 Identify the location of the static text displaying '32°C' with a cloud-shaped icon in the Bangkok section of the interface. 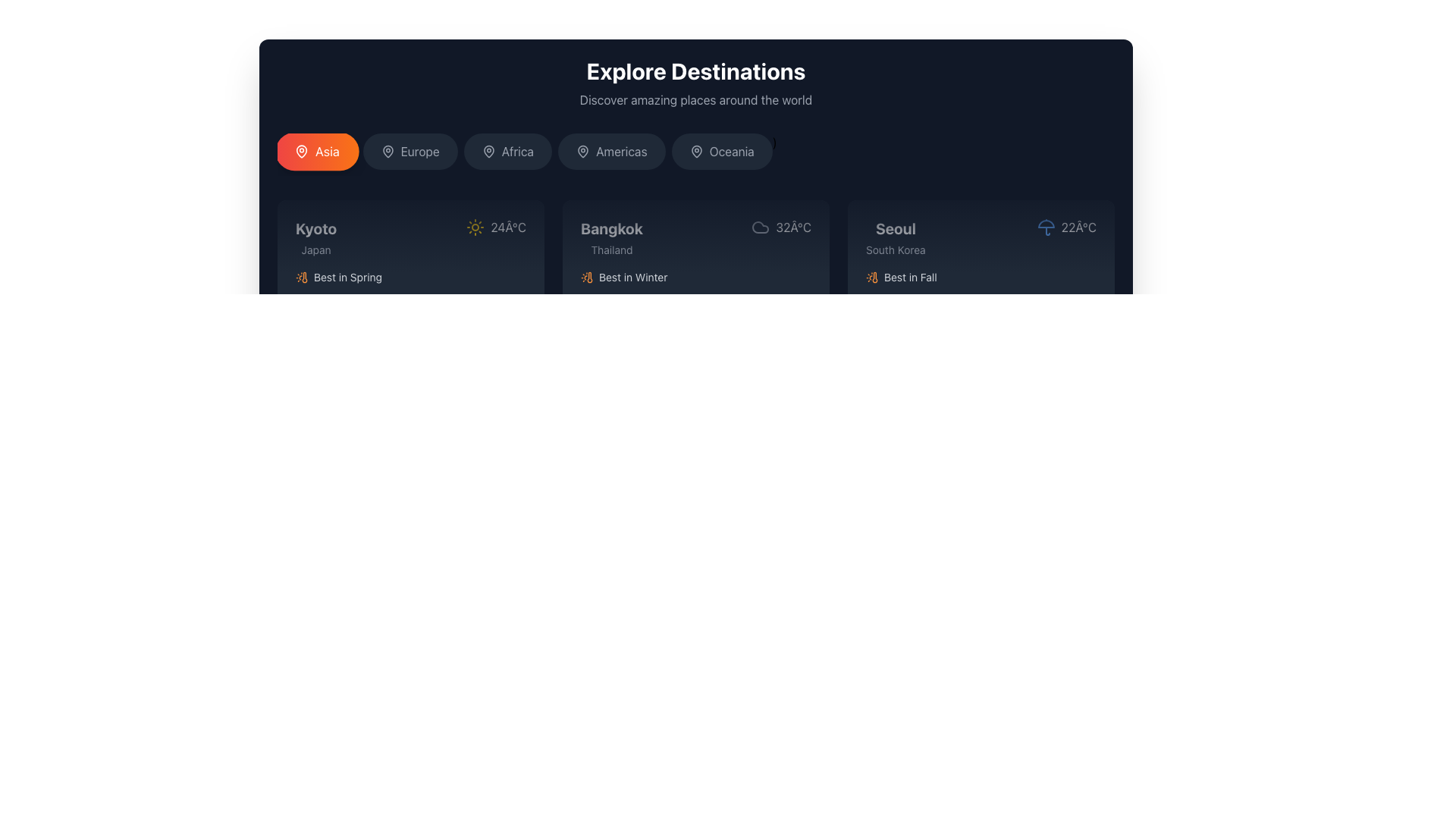
(781, 227).